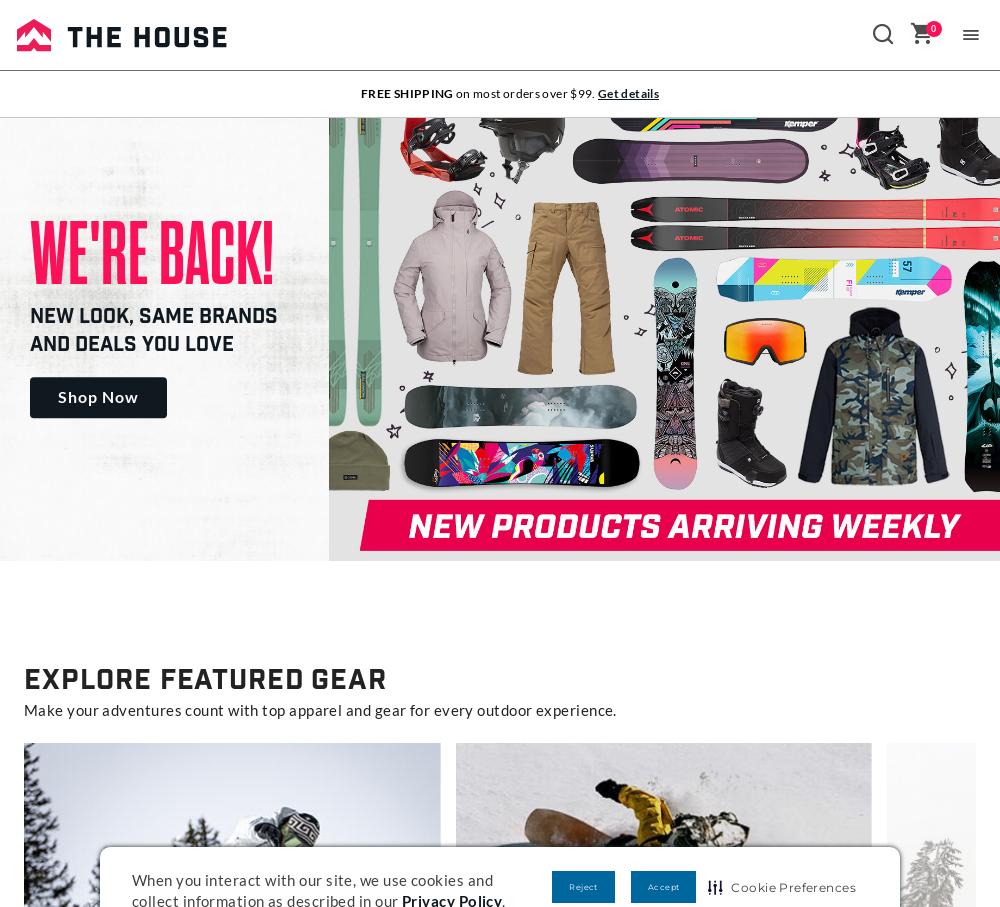  I want to click on 'Make your adventures count with top apparel and gear for every outdoor experience.', so click(24, 709).